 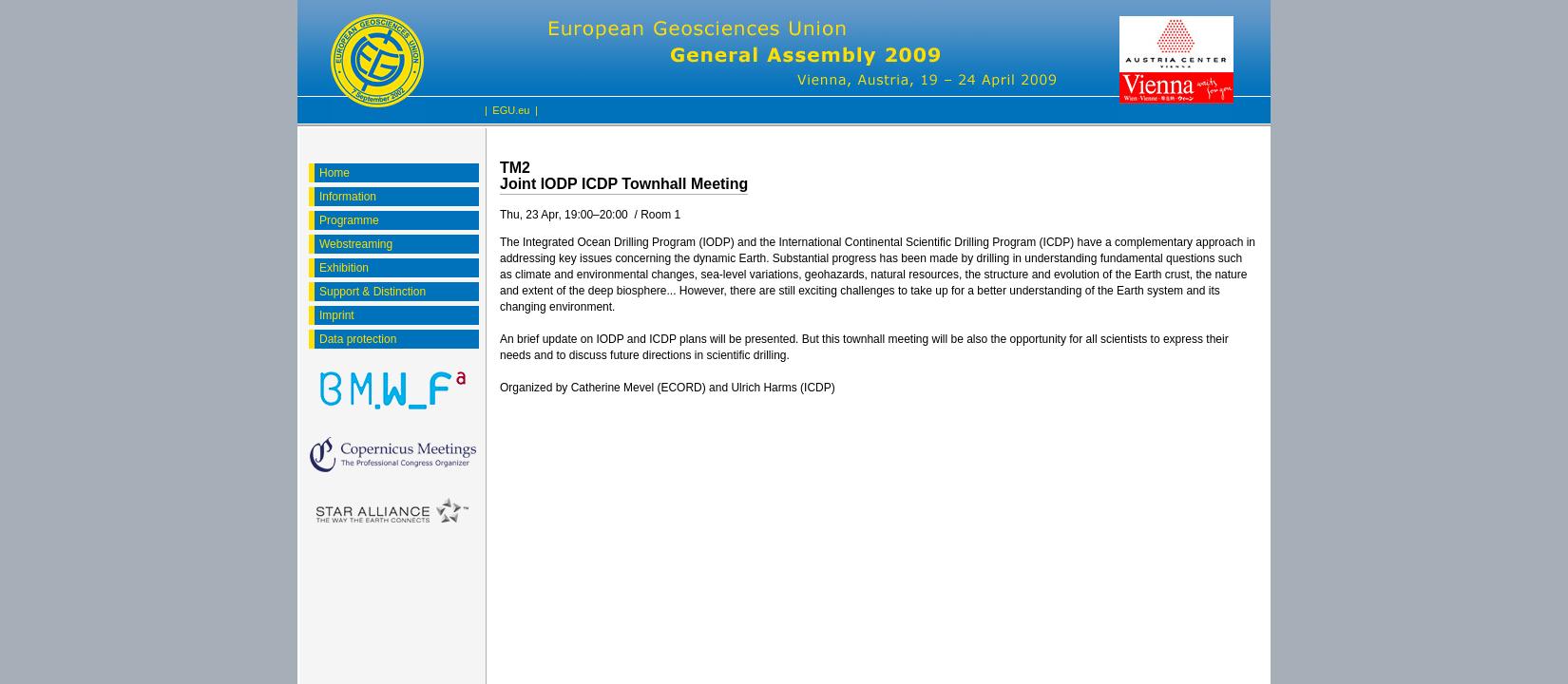 I want to click on 'Home', so click(x=334, y=173).